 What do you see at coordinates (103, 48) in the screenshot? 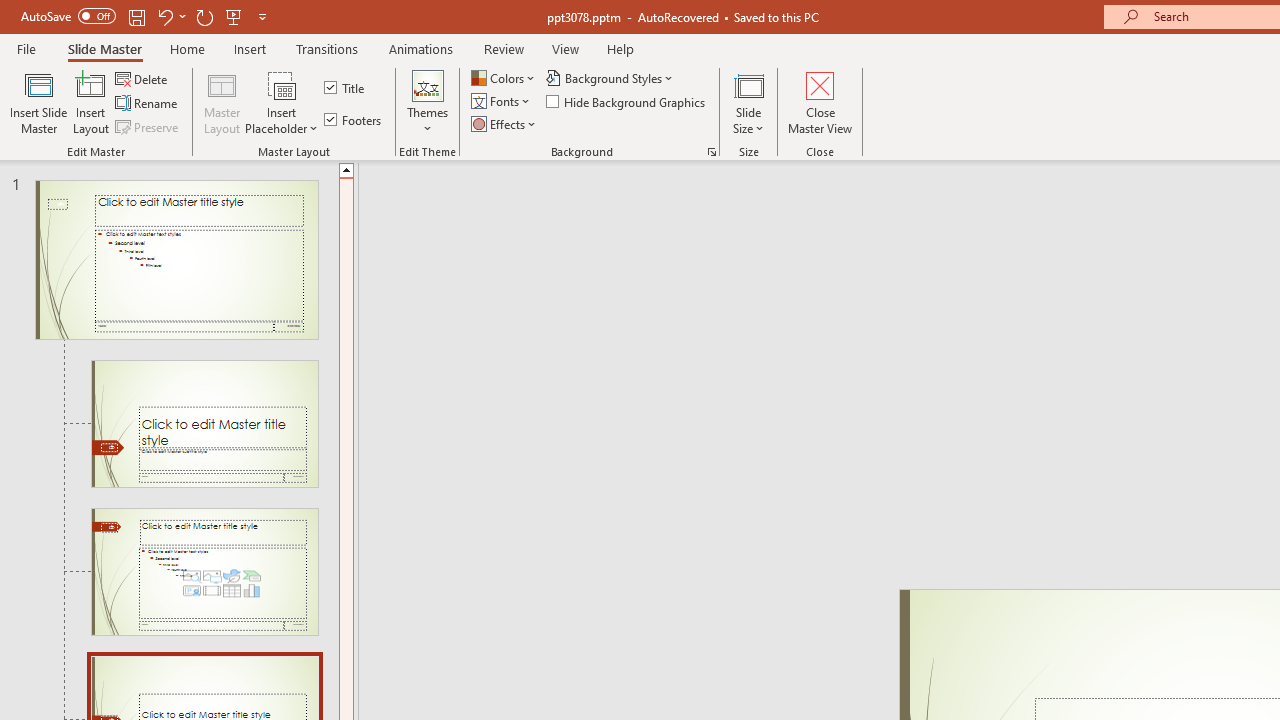
I see `'Slide Master'` at bounding box center [103, 48].